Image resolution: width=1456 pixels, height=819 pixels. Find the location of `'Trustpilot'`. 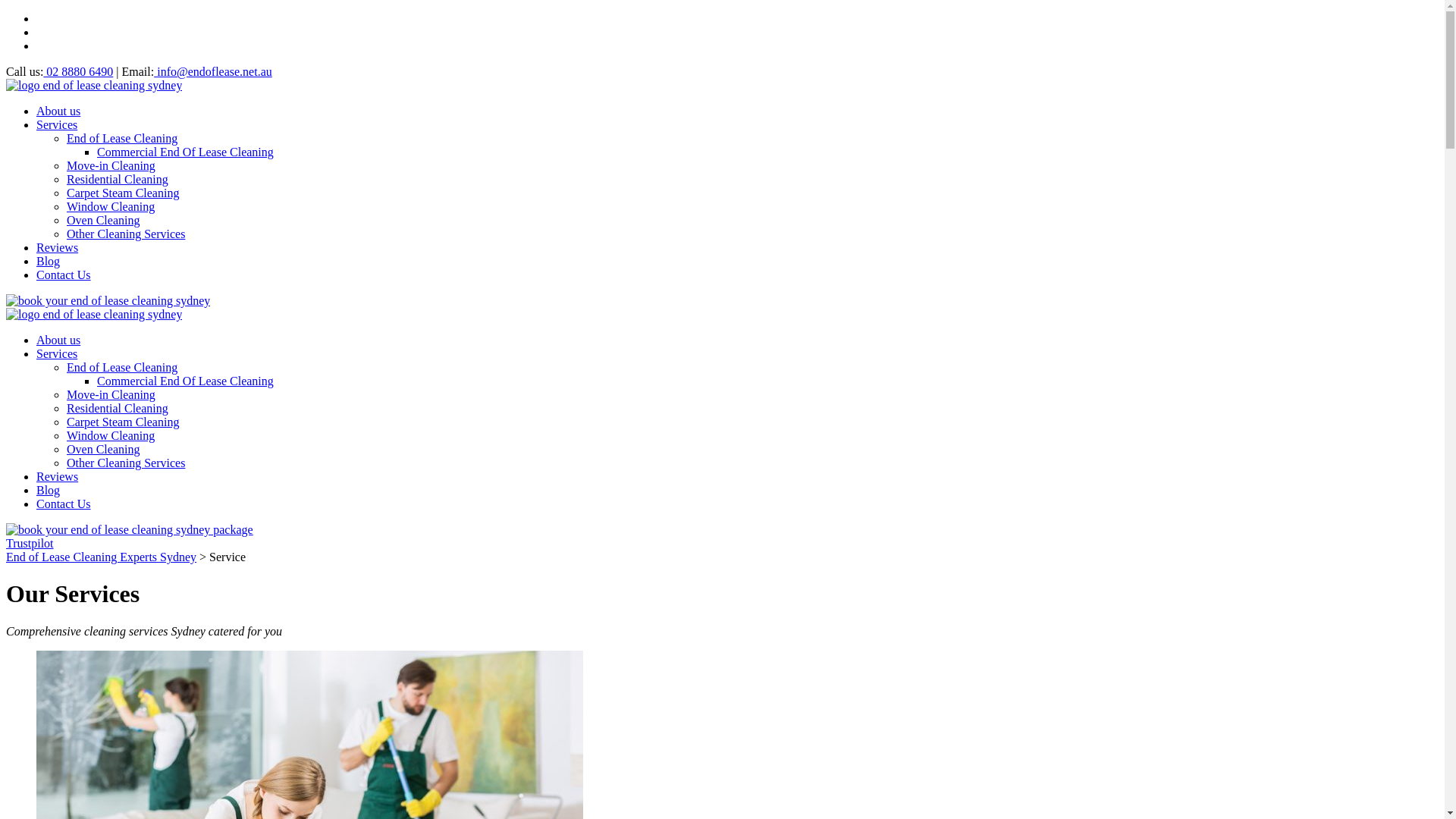

'Trustpilot' is located at coordinates (30, 542).